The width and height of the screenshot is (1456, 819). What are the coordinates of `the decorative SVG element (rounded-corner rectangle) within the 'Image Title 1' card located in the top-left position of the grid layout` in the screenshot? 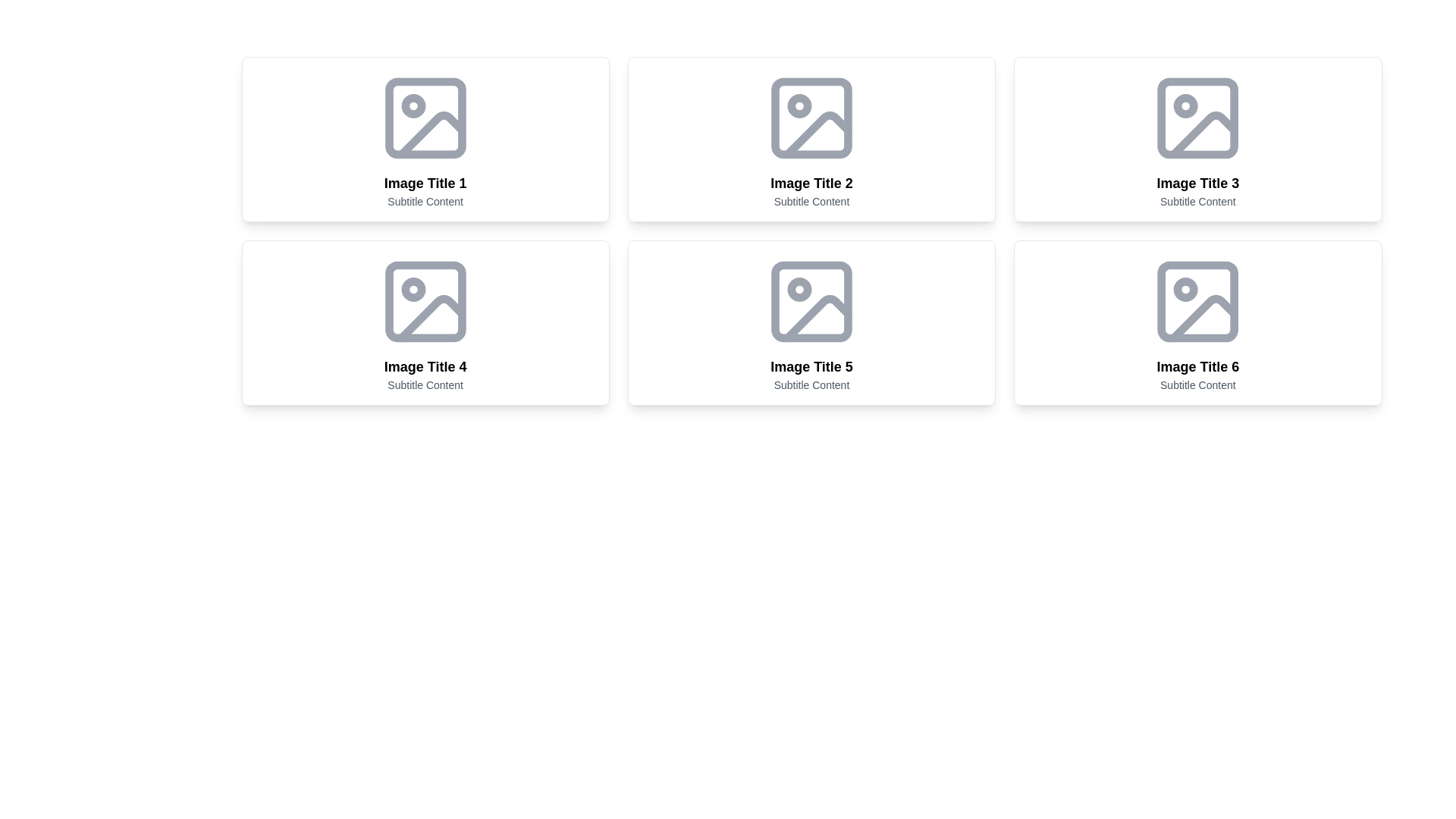 It's located at (425, 117).